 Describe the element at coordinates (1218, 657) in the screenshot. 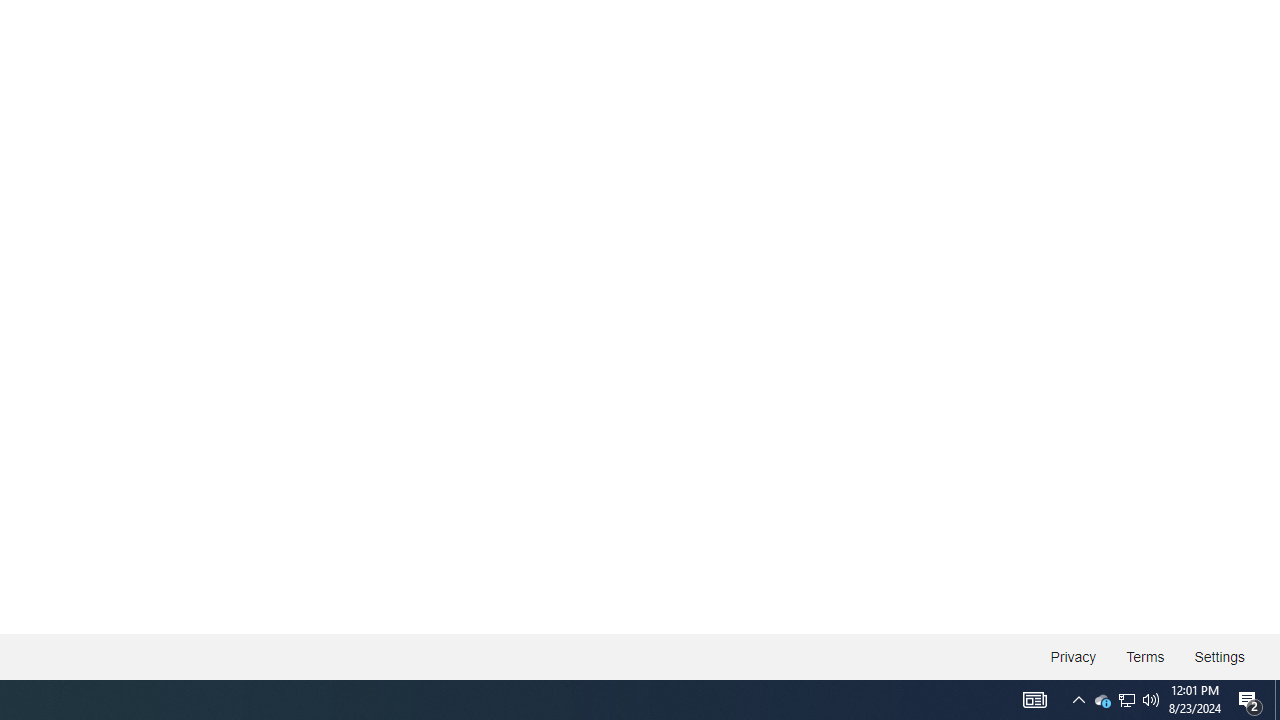

I see `'Settings'` at that location.